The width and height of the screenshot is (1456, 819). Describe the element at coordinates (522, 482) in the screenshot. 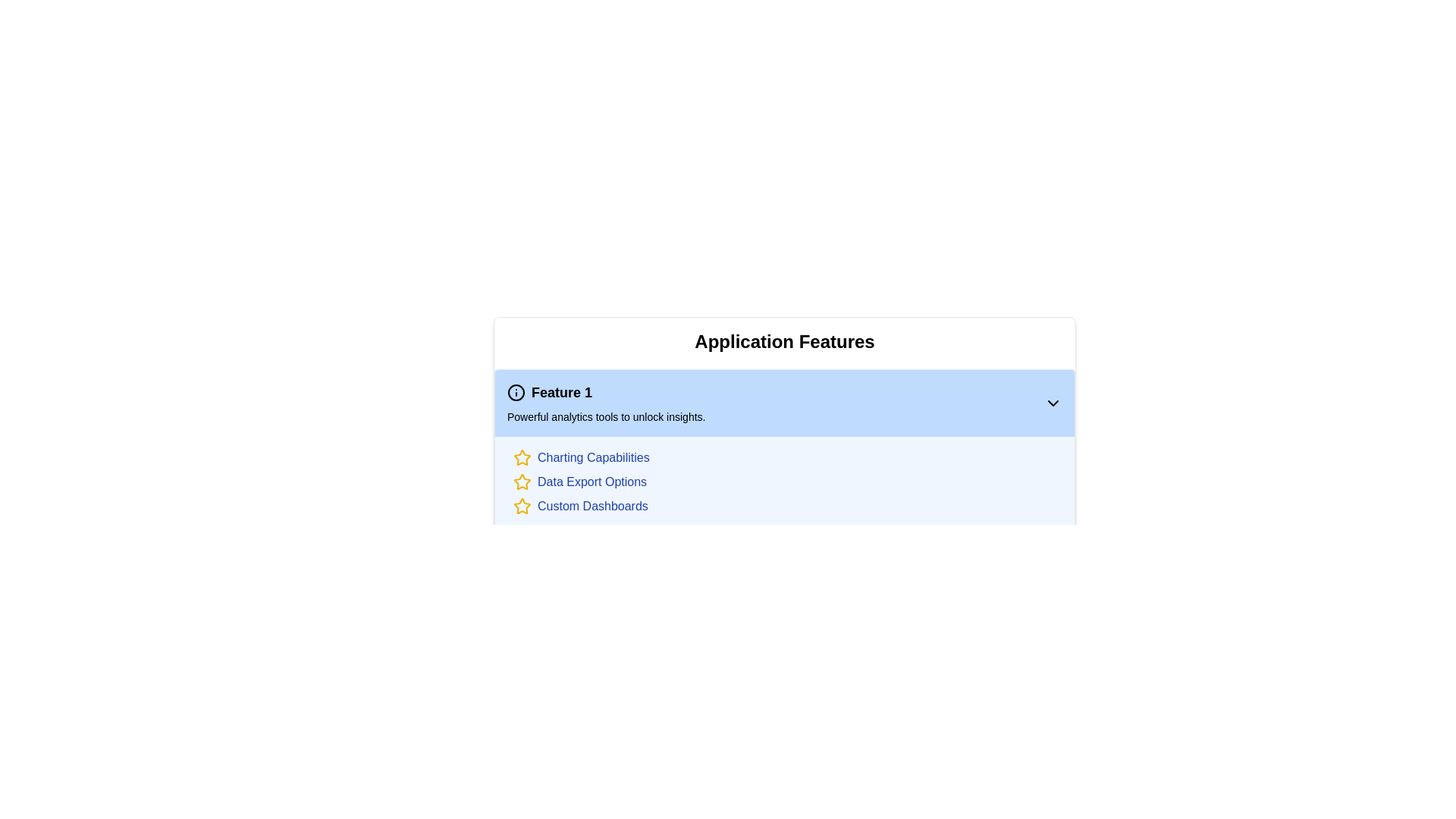

I see `the star icon located to the left of the 'Data Export Options' text to interact with the feature it represents` at that location.